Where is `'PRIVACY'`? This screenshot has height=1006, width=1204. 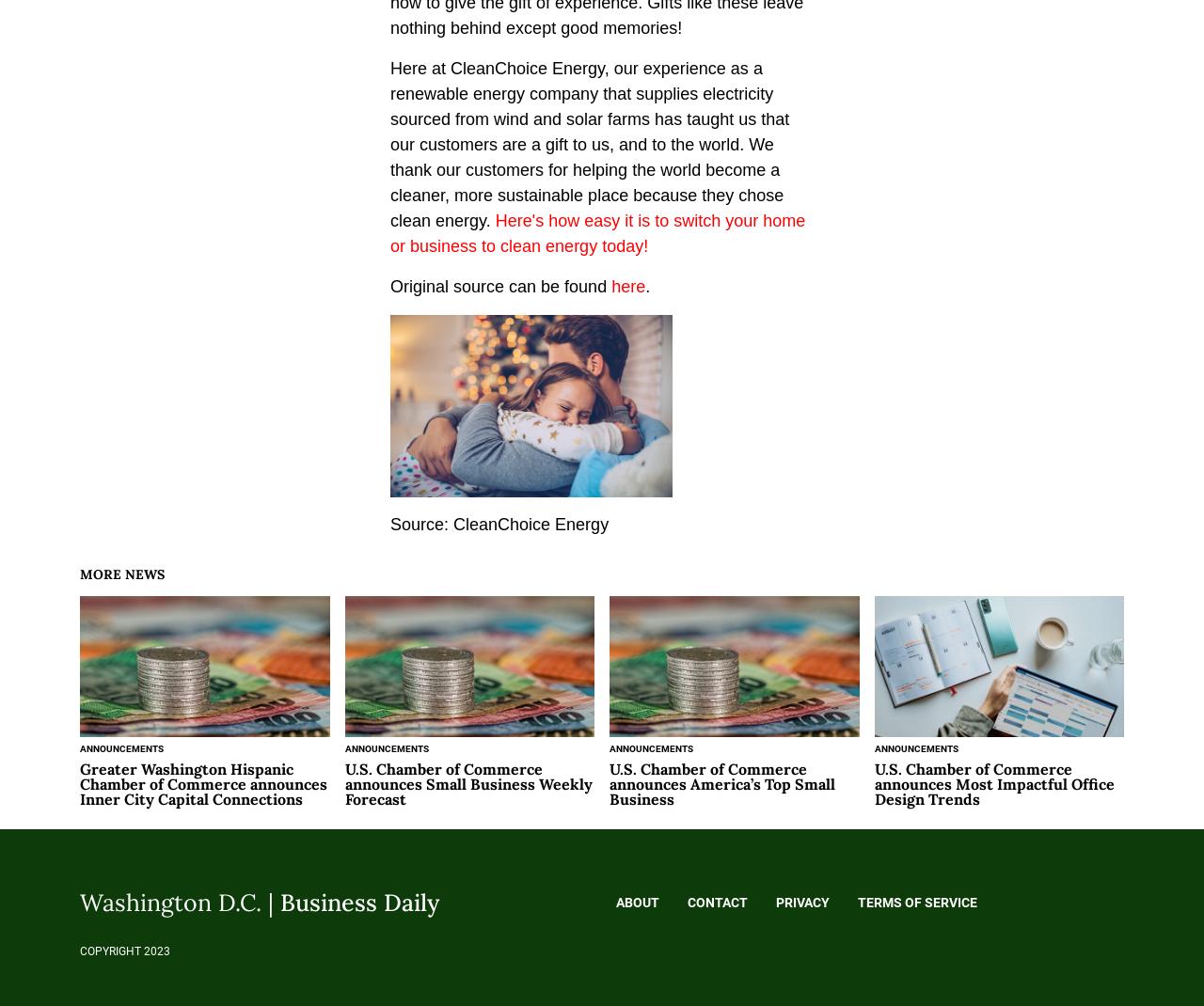
'PRIVACY' is located at coordinates (802, 902).